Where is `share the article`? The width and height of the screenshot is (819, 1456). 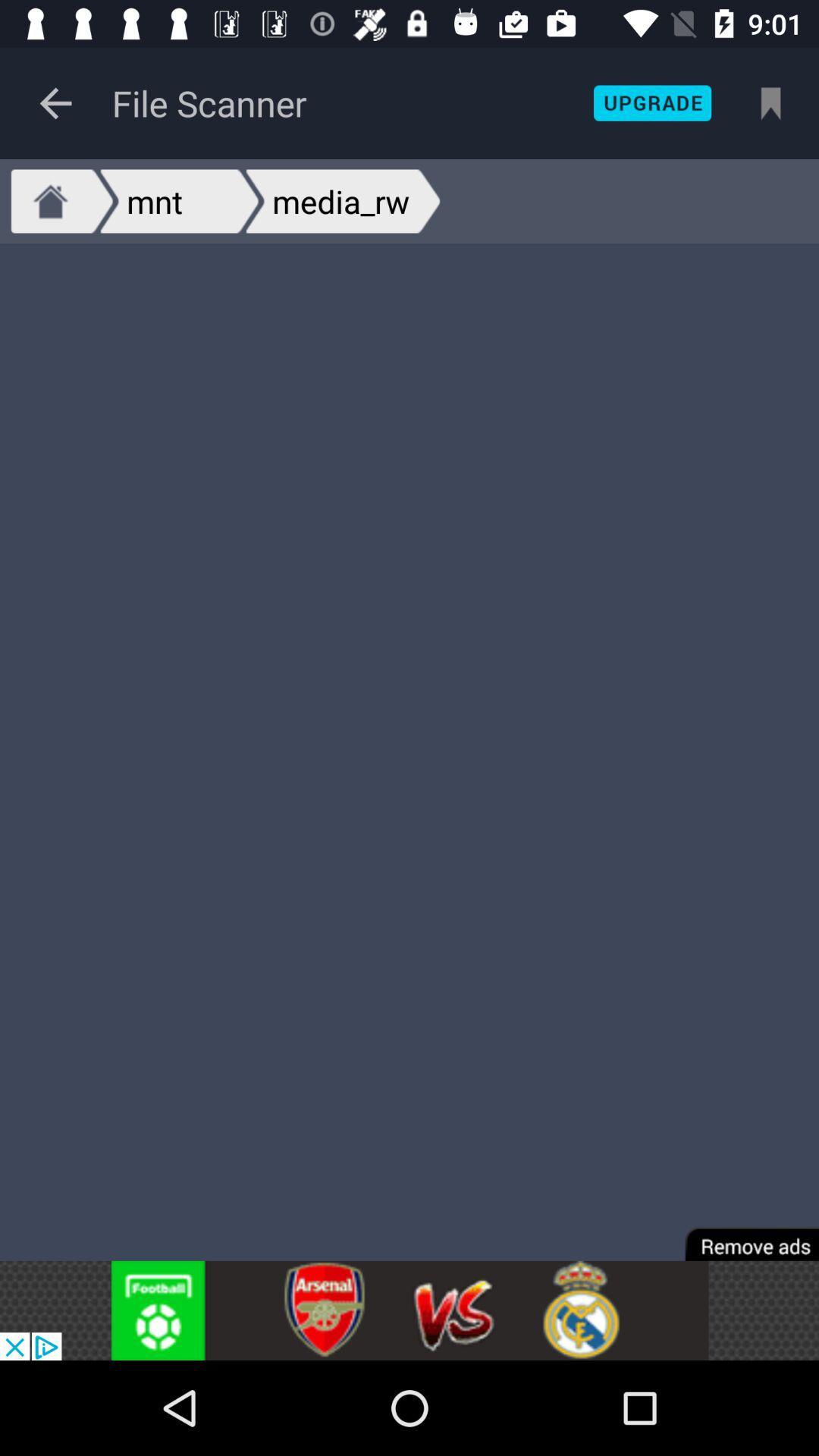 share the article is located at coordinates (409, 1310).